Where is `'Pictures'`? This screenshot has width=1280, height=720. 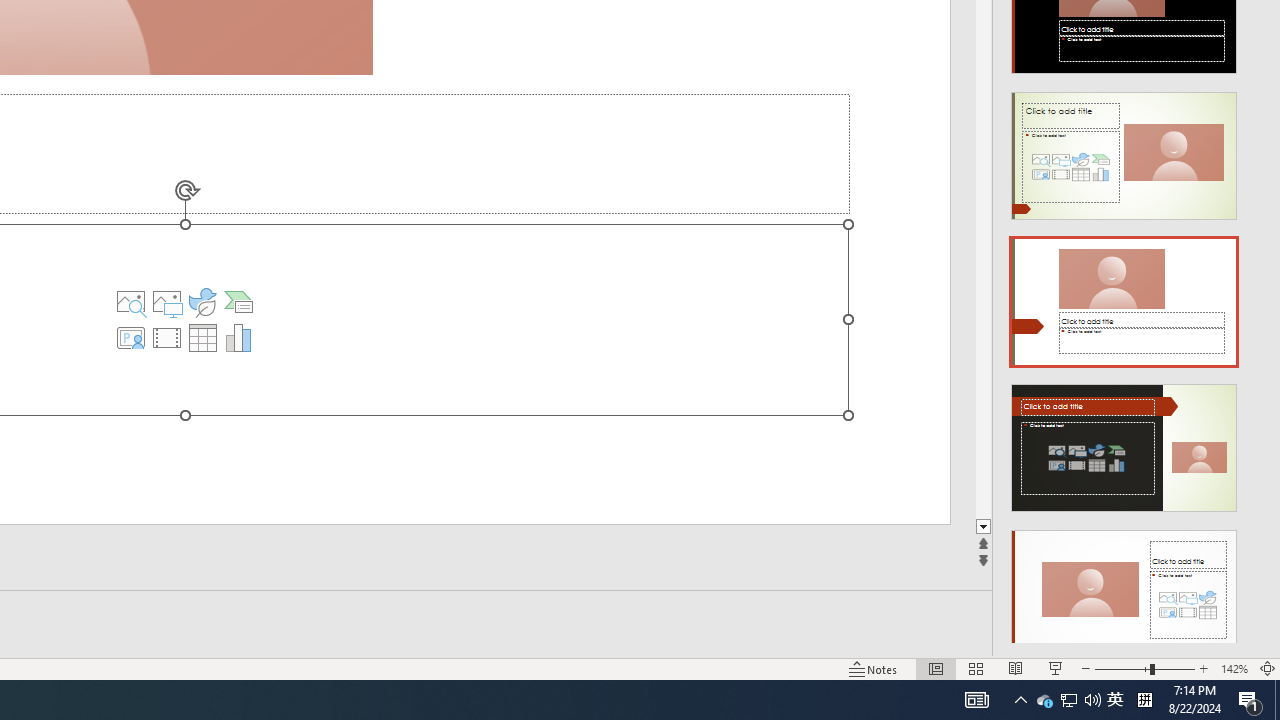
'Pictures' is located at coordinates (202, 302).